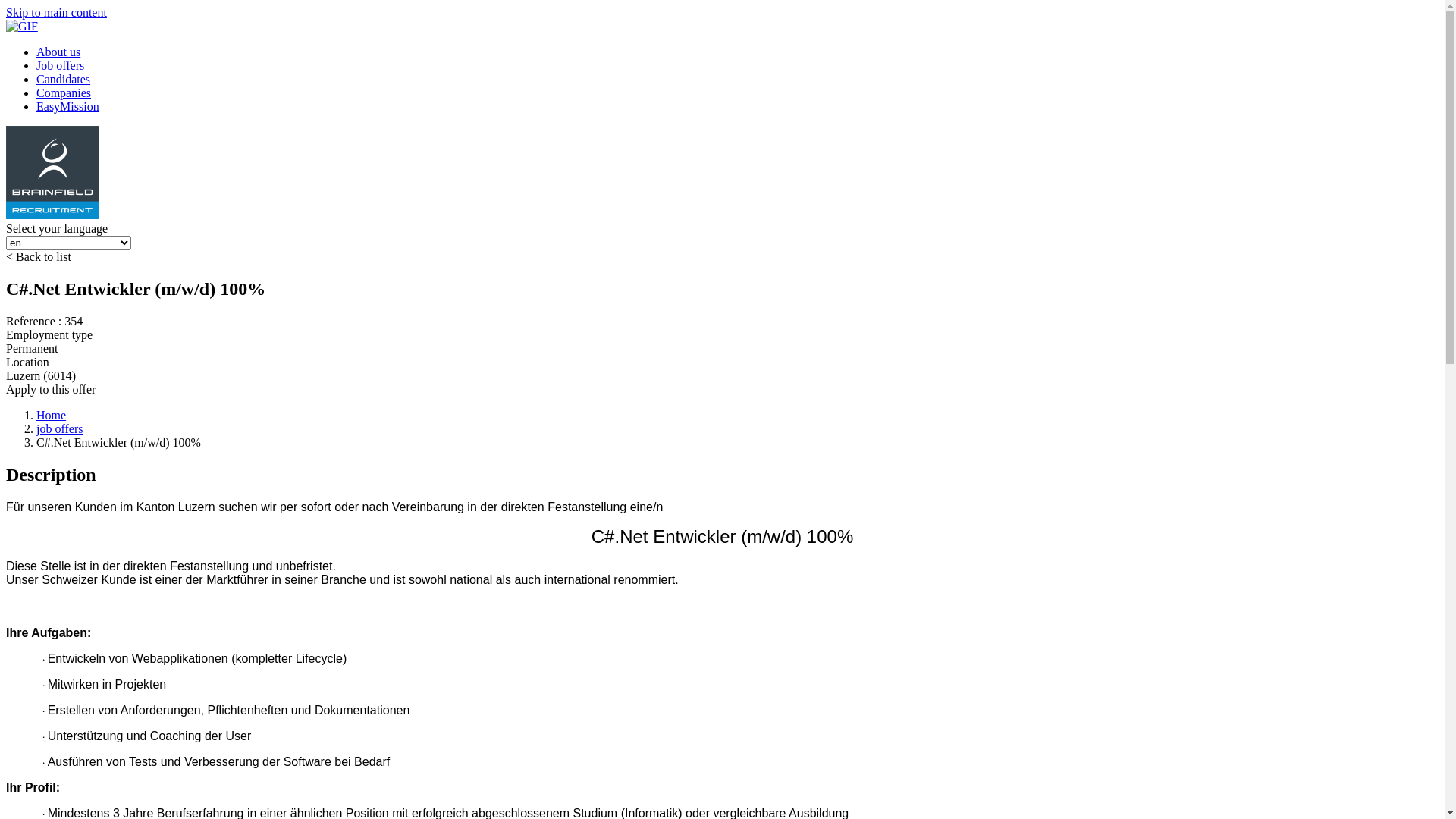 The image size is (1456, 819). What do you see at coordinates (67, 105) in the screenshot?
I see `'EasyMission'` at bounding box center [67, 105].